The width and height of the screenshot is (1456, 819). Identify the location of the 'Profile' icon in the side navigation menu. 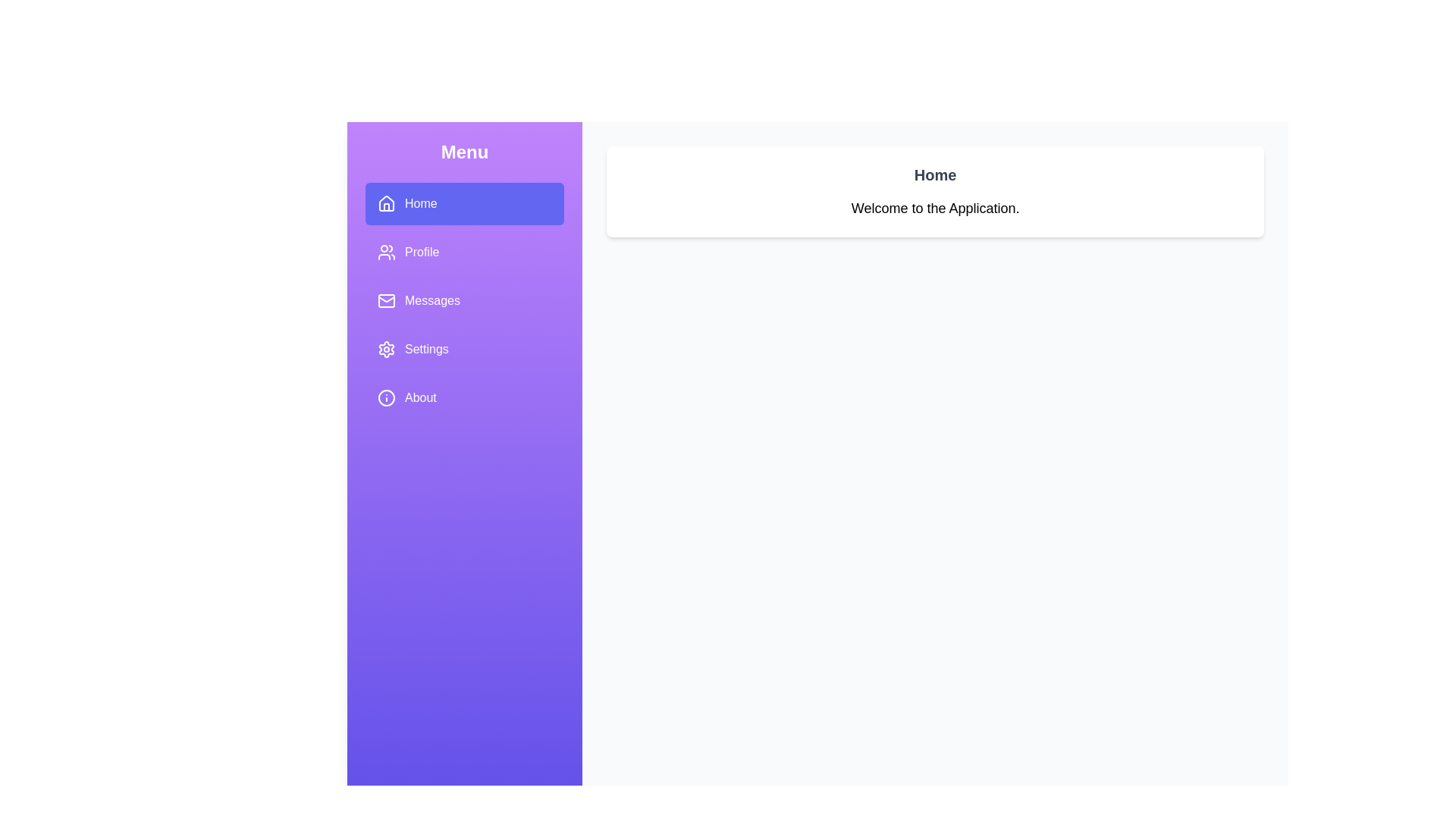
(386, 251).